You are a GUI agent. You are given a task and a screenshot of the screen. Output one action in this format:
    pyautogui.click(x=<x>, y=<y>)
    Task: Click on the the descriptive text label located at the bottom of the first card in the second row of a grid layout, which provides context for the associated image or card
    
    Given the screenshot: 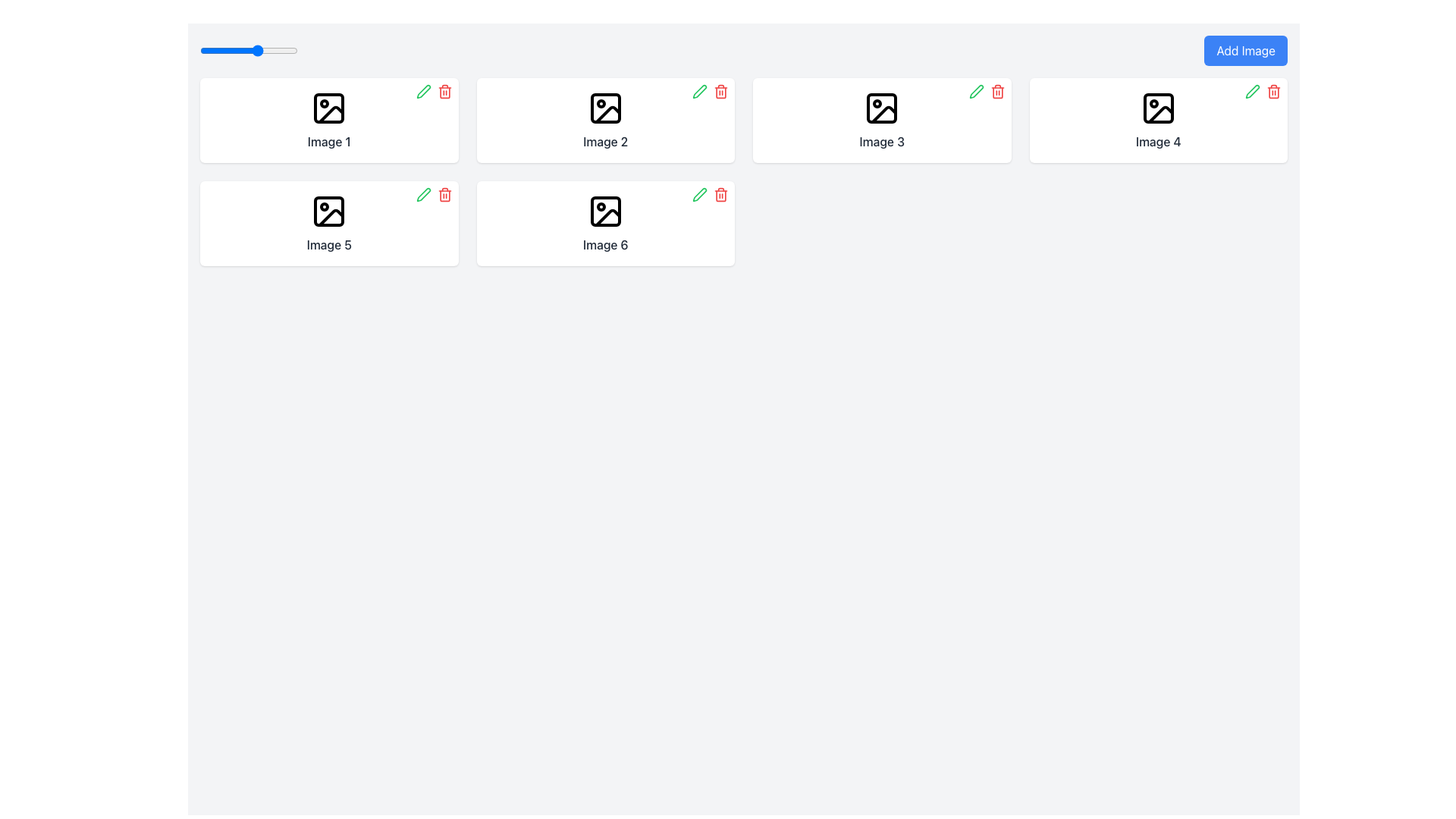 What is the action you would take?
    pyautogui.click(x=328, y=244)
    